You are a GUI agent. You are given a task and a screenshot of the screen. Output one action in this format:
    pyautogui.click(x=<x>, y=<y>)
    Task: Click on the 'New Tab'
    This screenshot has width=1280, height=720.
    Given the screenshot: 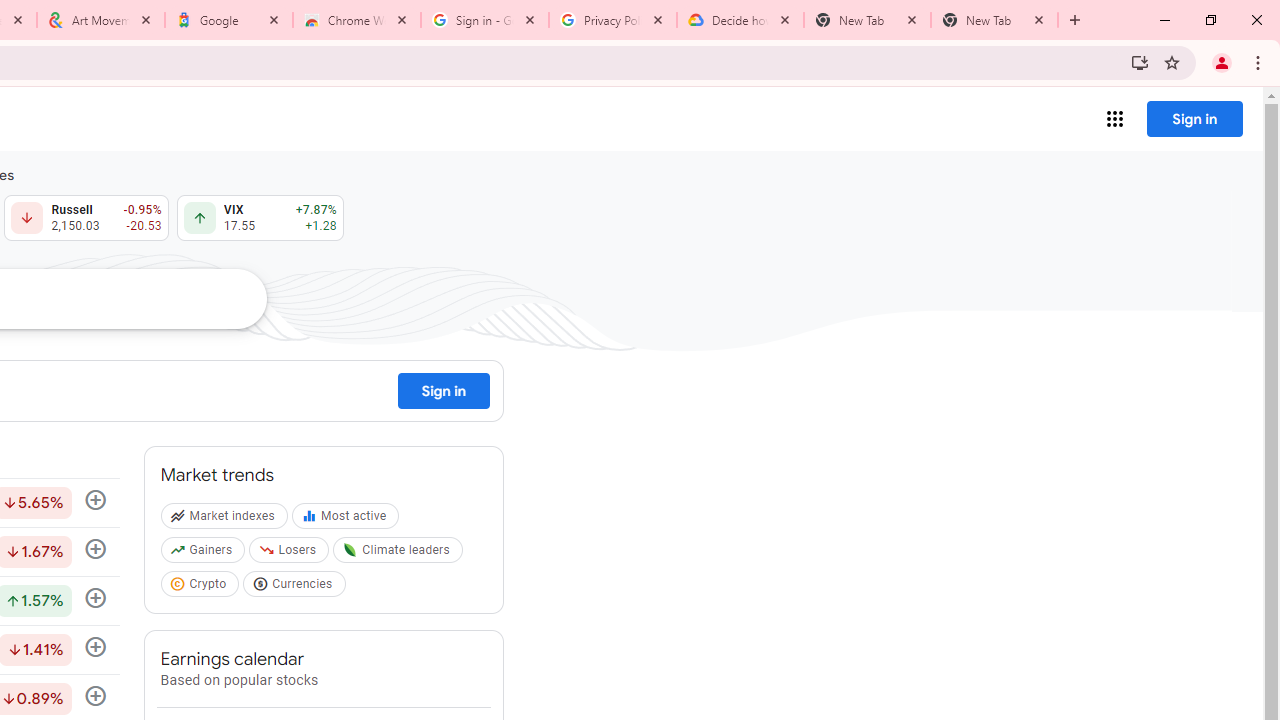 What is the action you would take?
    pyautogui.click(x=994, y=20)
    